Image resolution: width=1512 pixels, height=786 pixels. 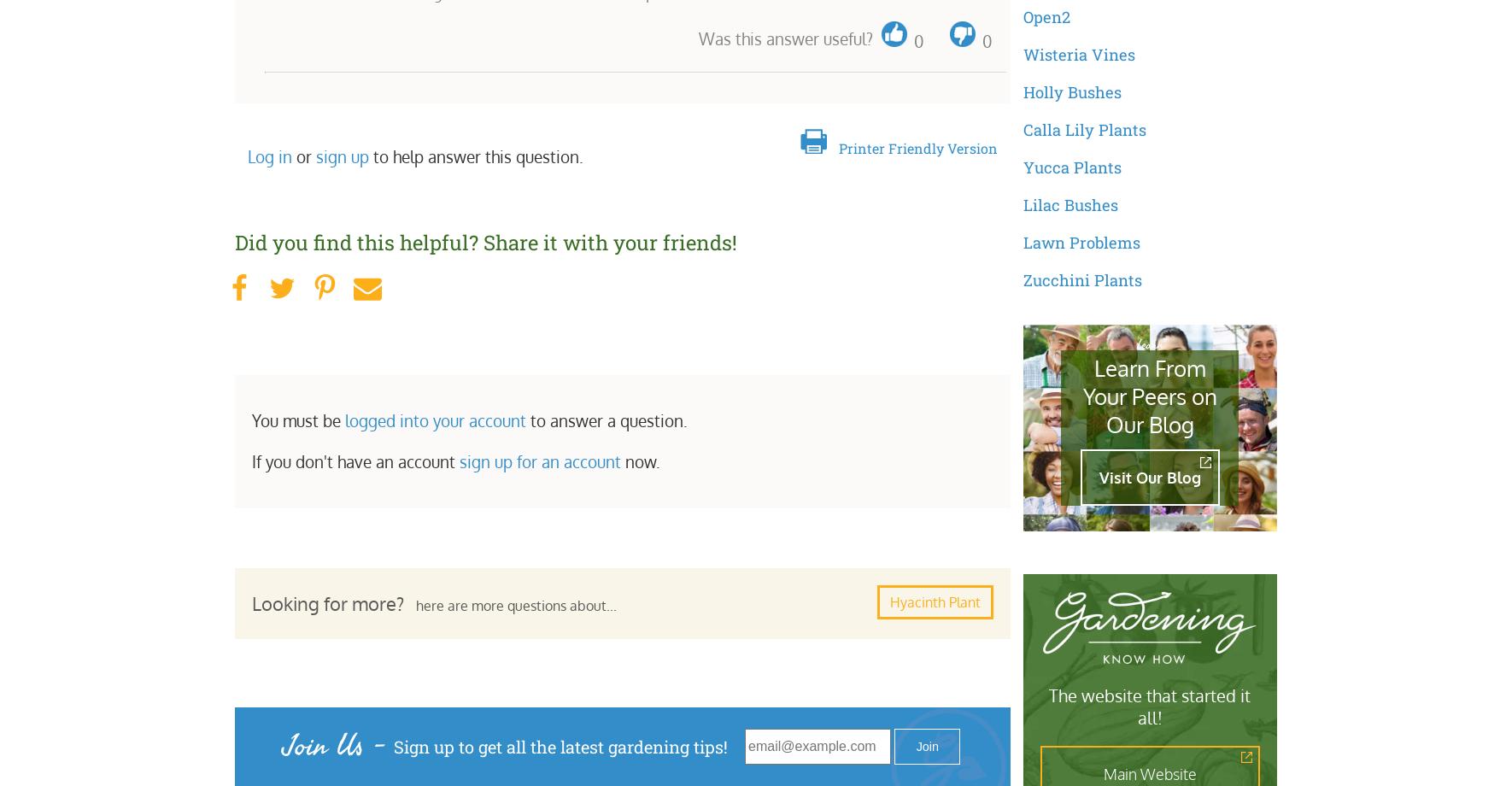 What do you see at coordinates (355, 460) in the screenshot?
I see `'If you don't have an account'` at bounding box center [355, 460].